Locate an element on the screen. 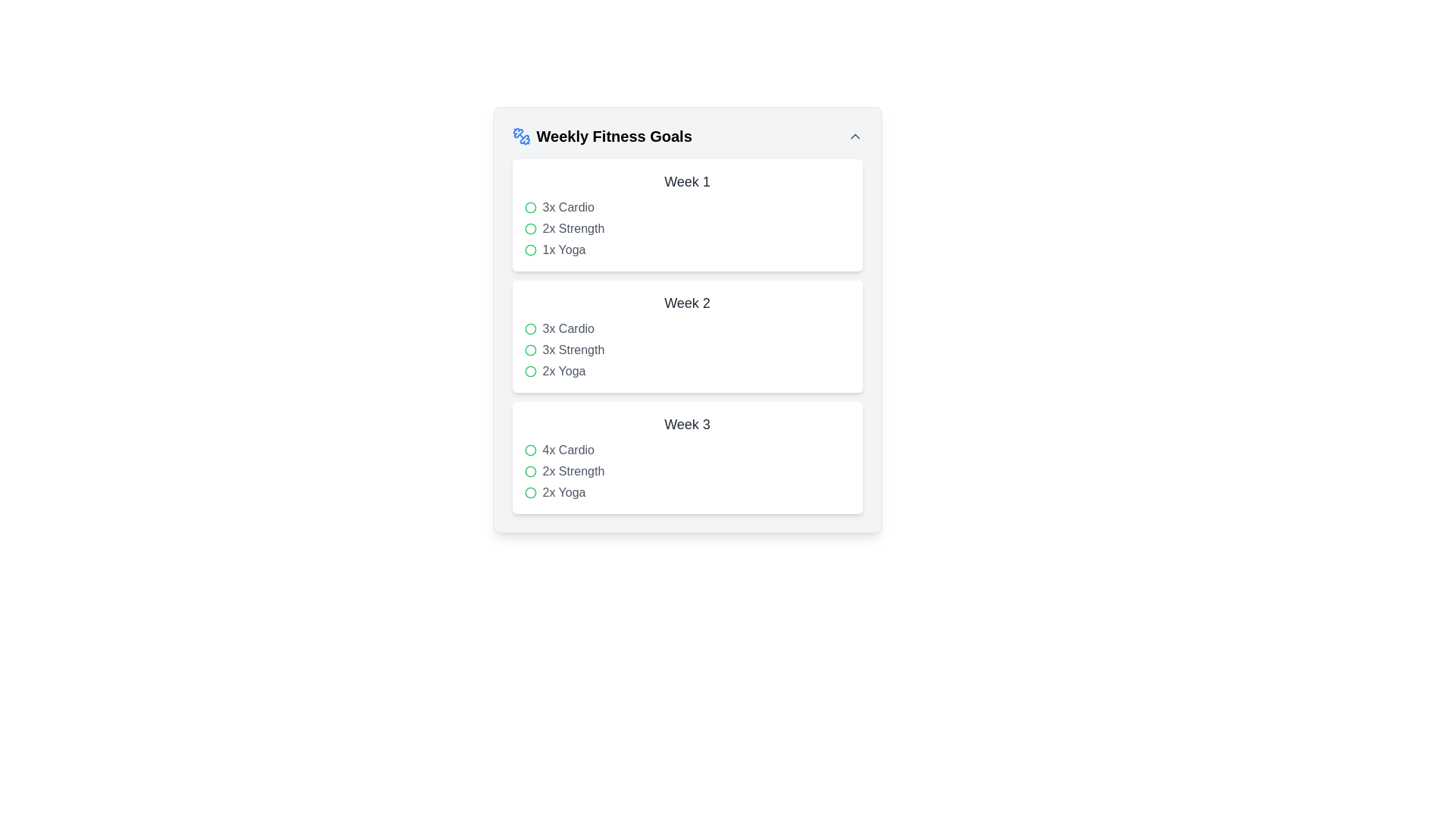 The width and height of the screenshot is (1456, 819). the circular indicator with a green stroke located next to the '2x Strength' entry under 'Week 1' in the fitness goals list is located at coordinates (530, 228).